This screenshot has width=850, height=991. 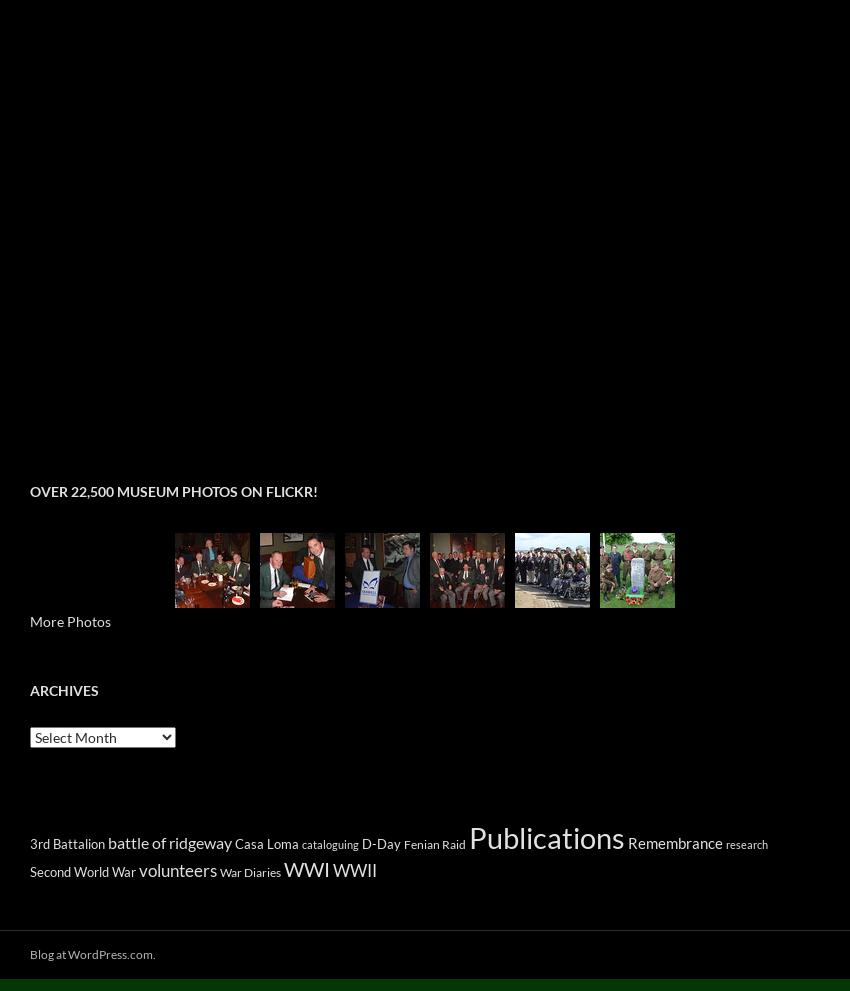 I want to click on 'Blog at WordPress.com.', so click(x=91, y=954).